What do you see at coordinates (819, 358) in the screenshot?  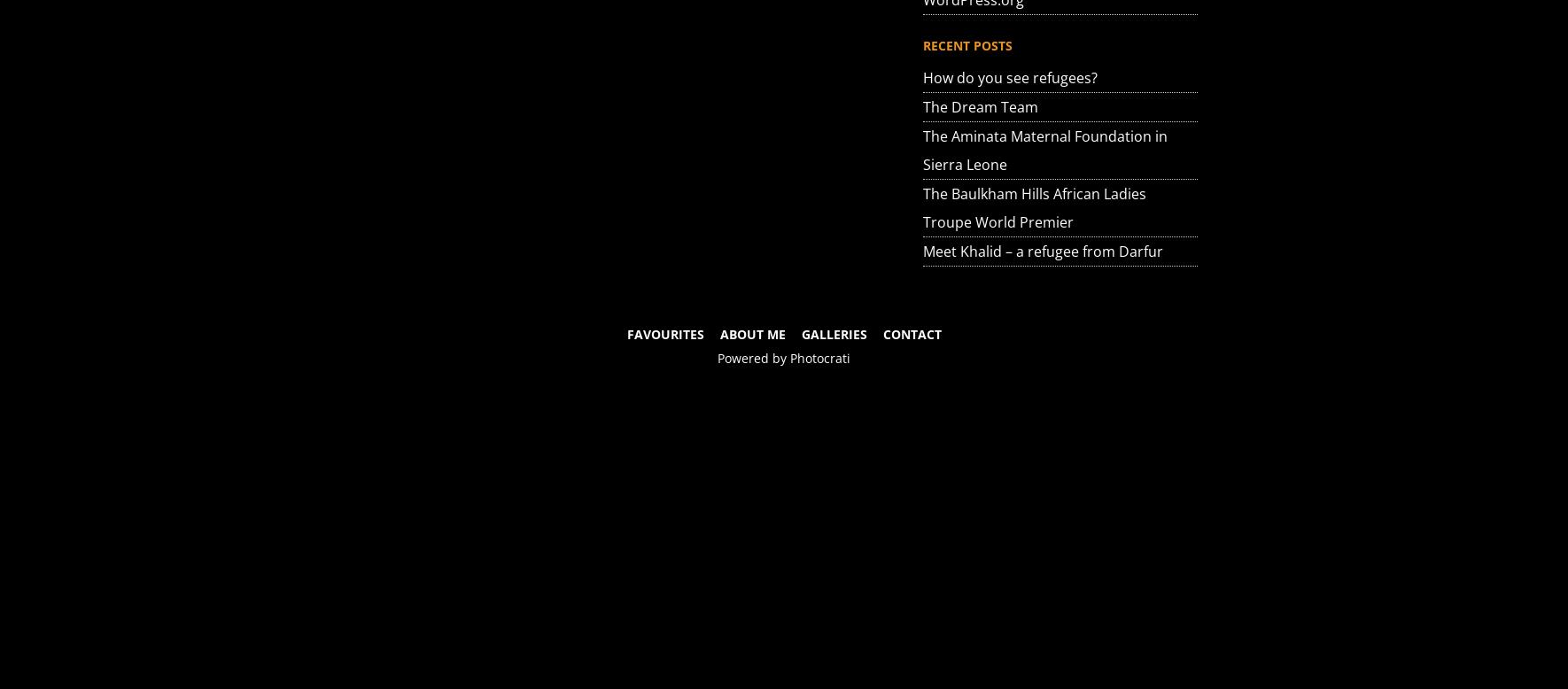 I see `'Photocrati'` at bounding box center [819, 358].